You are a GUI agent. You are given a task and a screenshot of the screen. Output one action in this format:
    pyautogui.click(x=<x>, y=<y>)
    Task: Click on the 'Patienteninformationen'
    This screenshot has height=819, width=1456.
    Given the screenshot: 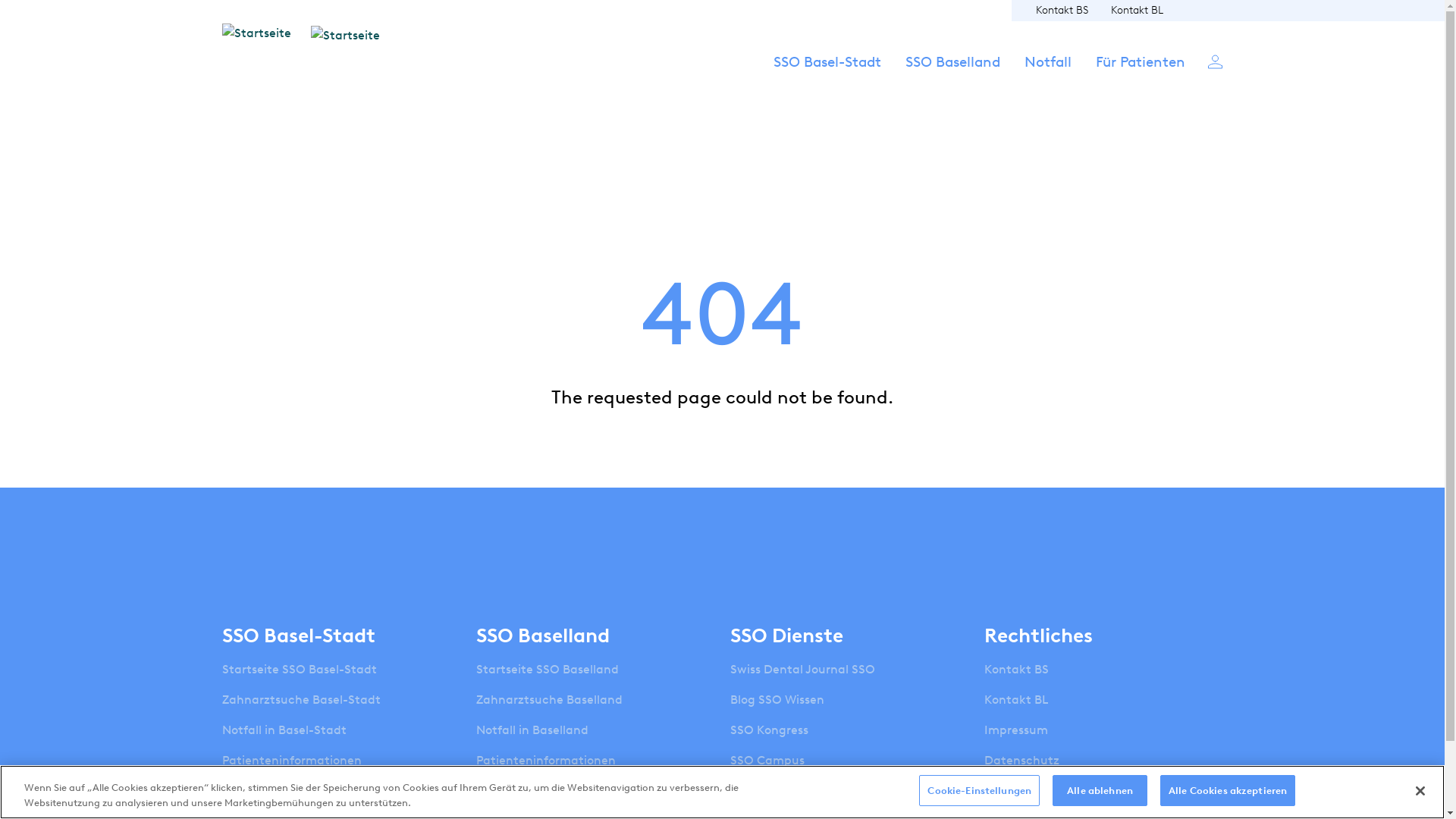 What is the action you would take?
    pyautogui.click(x=221, y=760)
    